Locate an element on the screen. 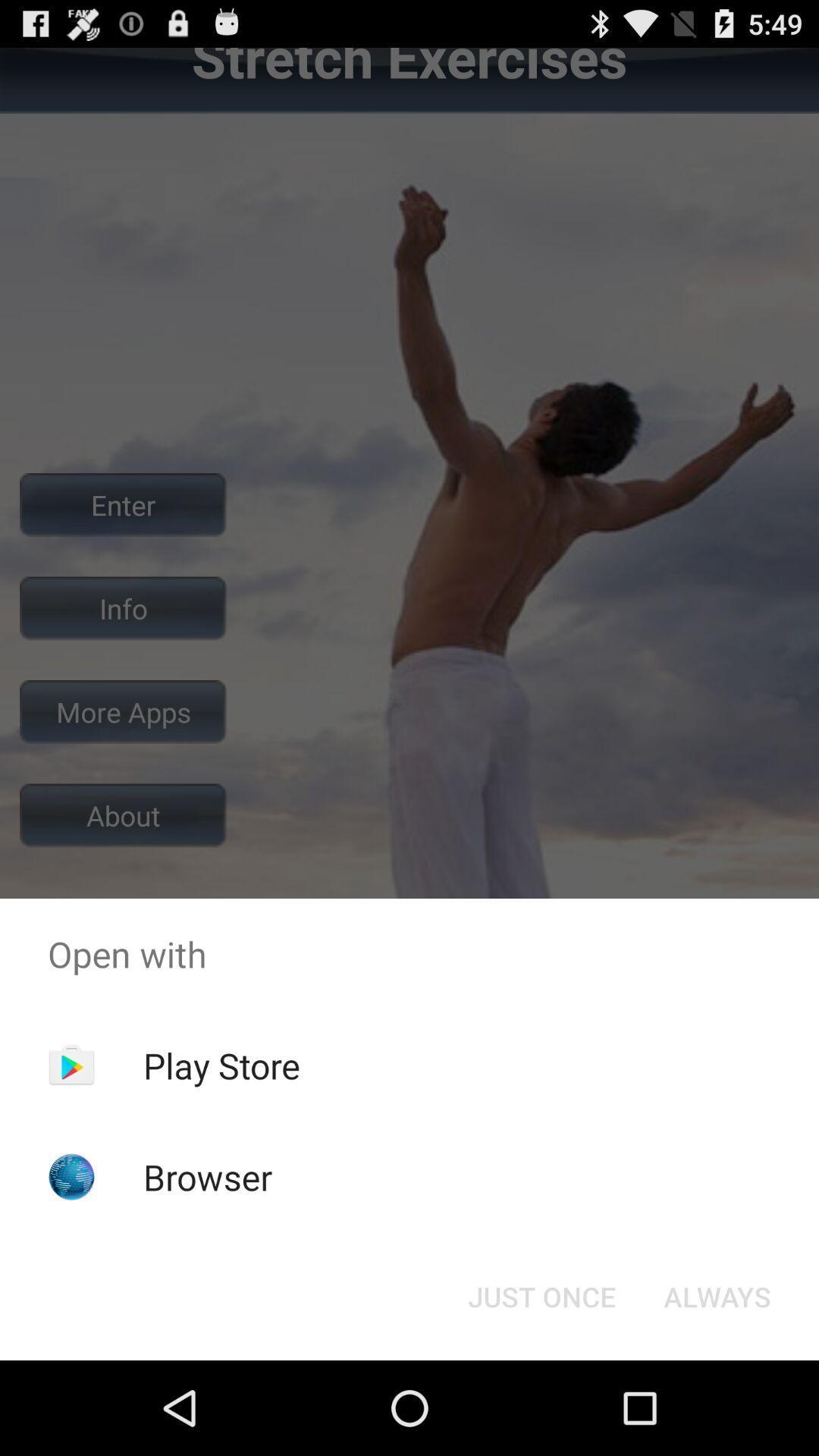  the app below the open with app is located at coordinates (541, 1295).